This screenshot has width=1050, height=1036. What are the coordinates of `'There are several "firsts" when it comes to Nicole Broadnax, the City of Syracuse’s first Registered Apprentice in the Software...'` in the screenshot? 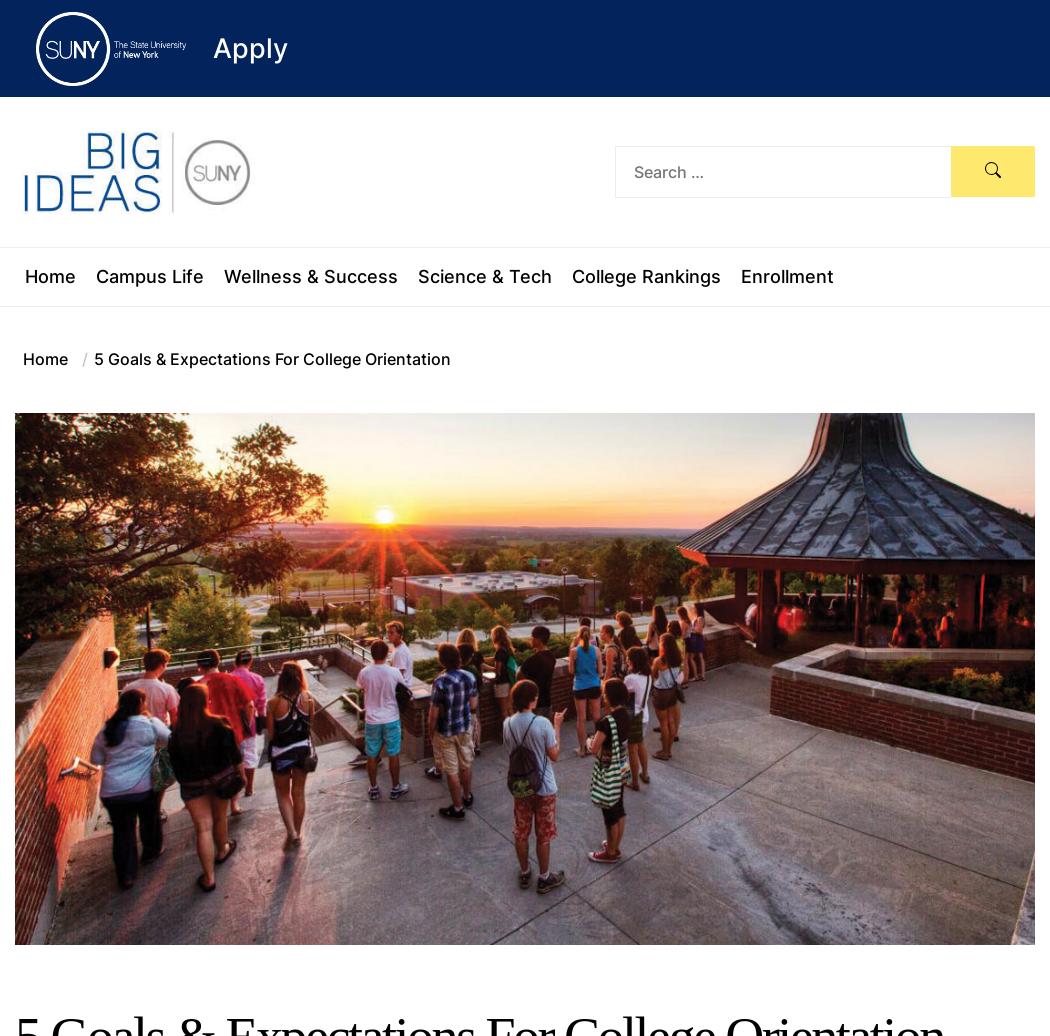 It's located at (452, 689).